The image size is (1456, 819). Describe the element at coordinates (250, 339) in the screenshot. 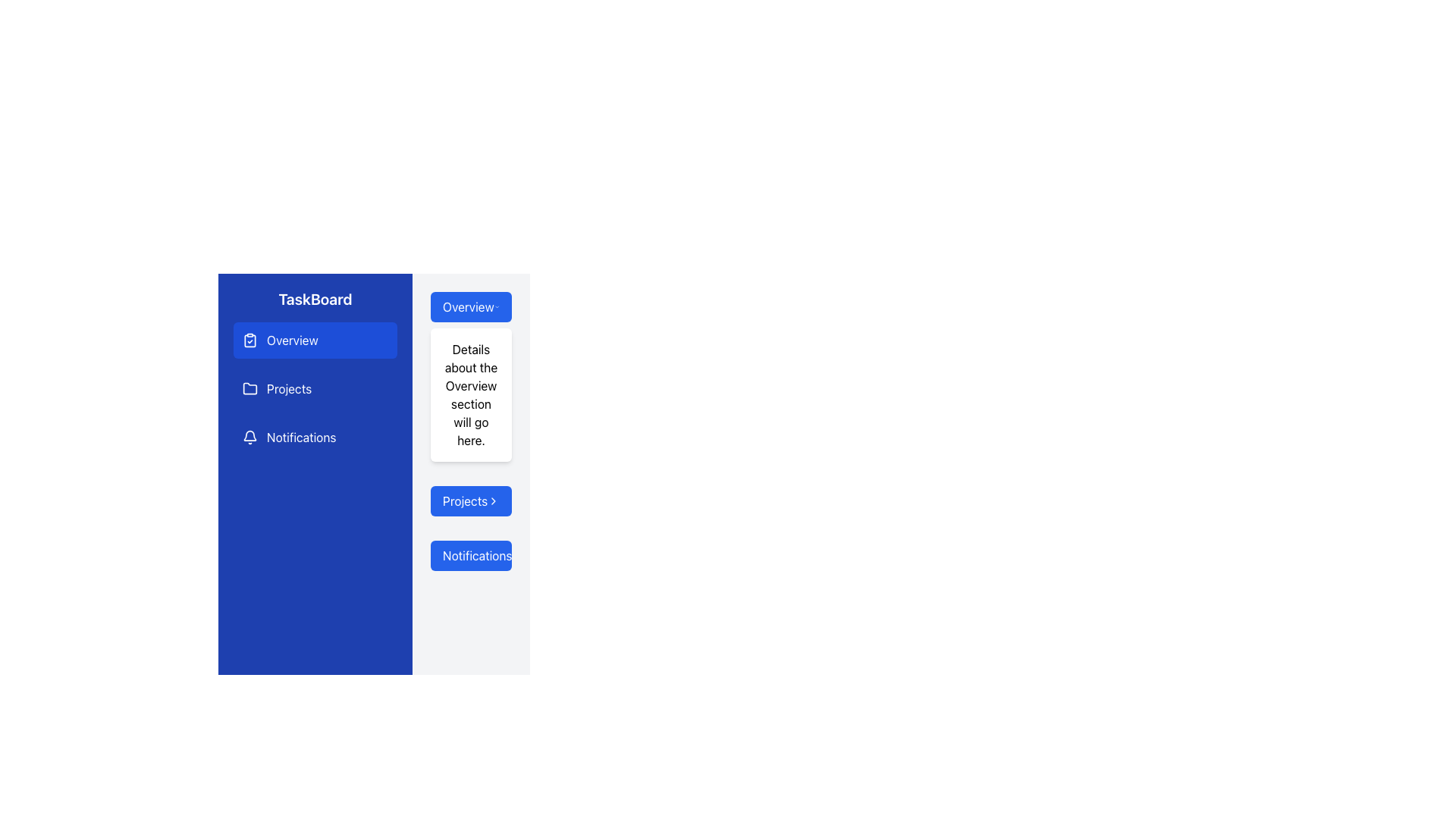

I see `the clipboard check icon located to the left of the 'Overview' text label in the left-side navigation menu` at that location.